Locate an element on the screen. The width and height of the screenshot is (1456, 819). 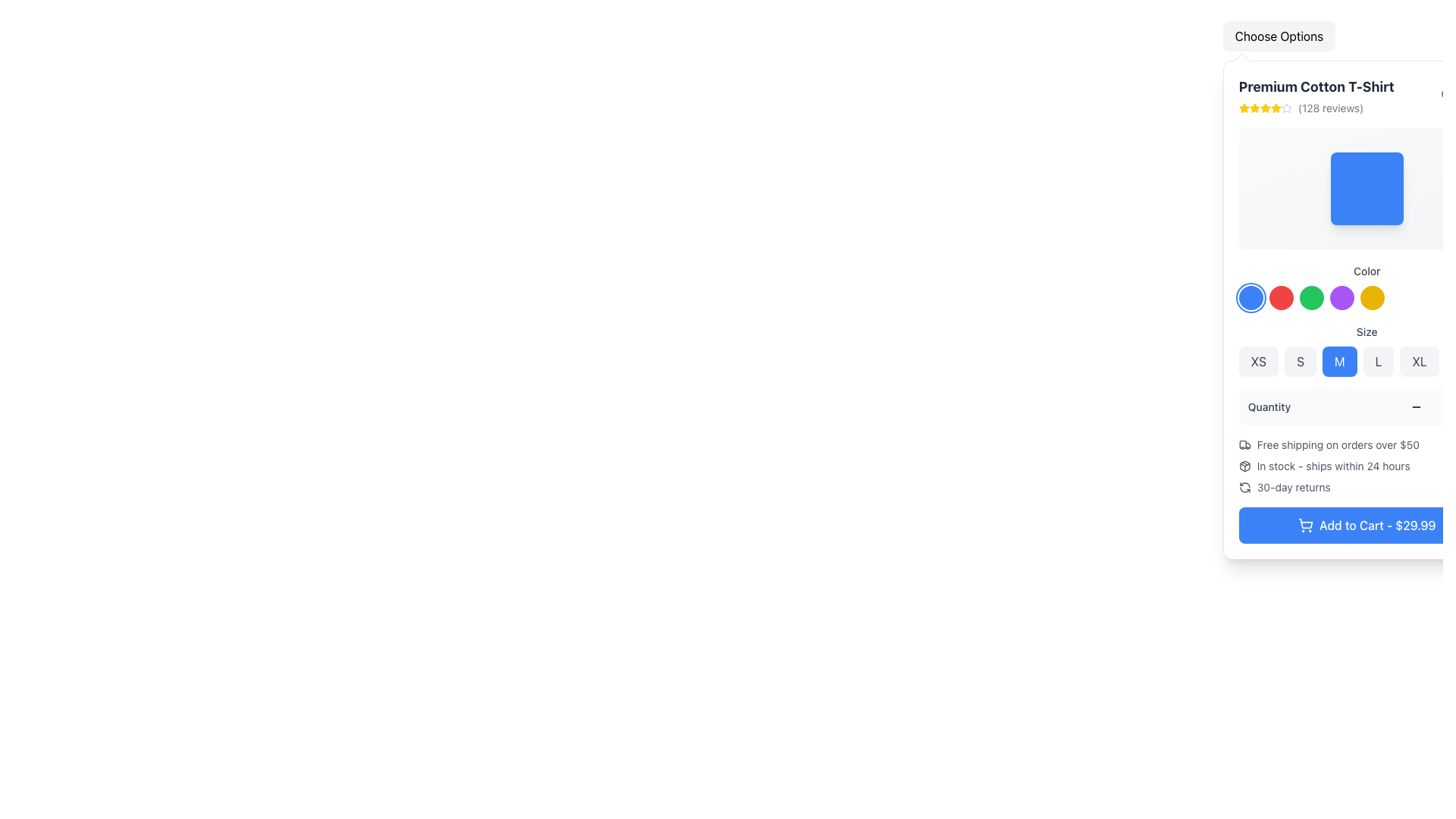
the fifth star in the graphical rating system for the product 'Premium Cotton T-Shirt' is located at coordinates (1275, 107).